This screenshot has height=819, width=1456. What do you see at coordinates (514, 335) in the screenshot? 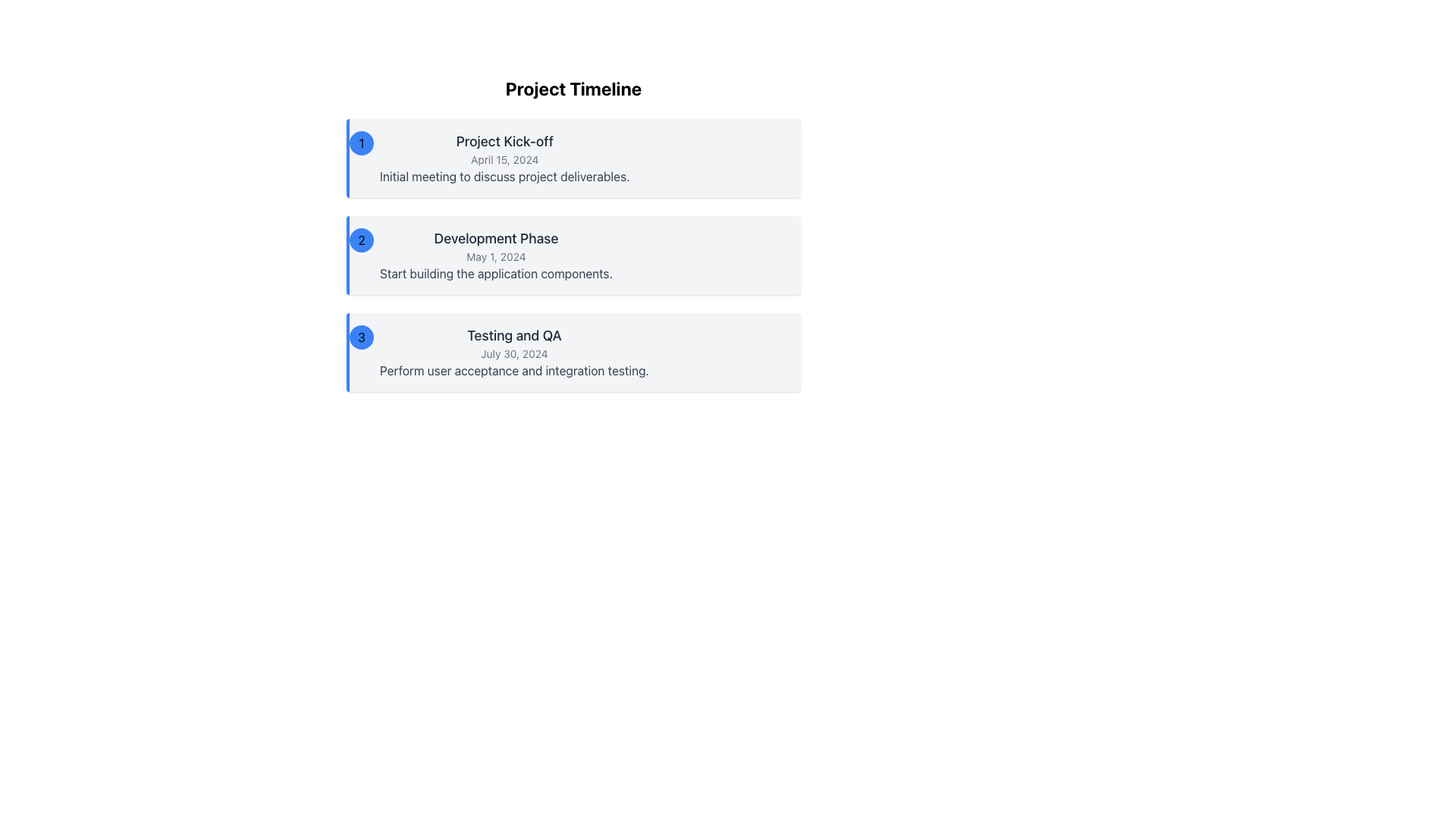
I see `the Text Label indicating the 'Testing and QA' section, which is located below the 'Development Phase' section` at bounding box center [514, 335].